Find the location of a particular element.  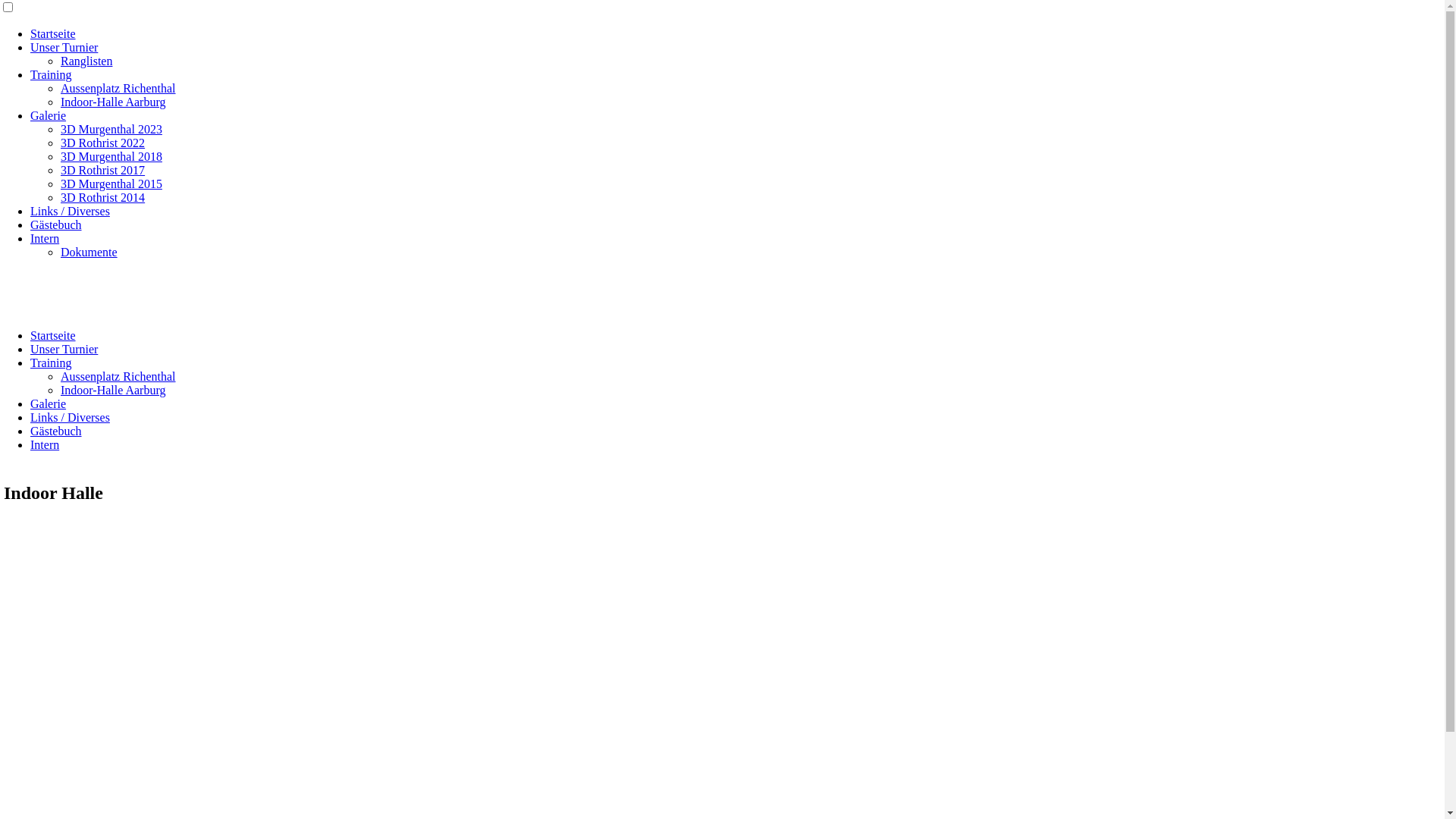

'Aussenplatz Richenthal' is located at coordinates (61, 88).